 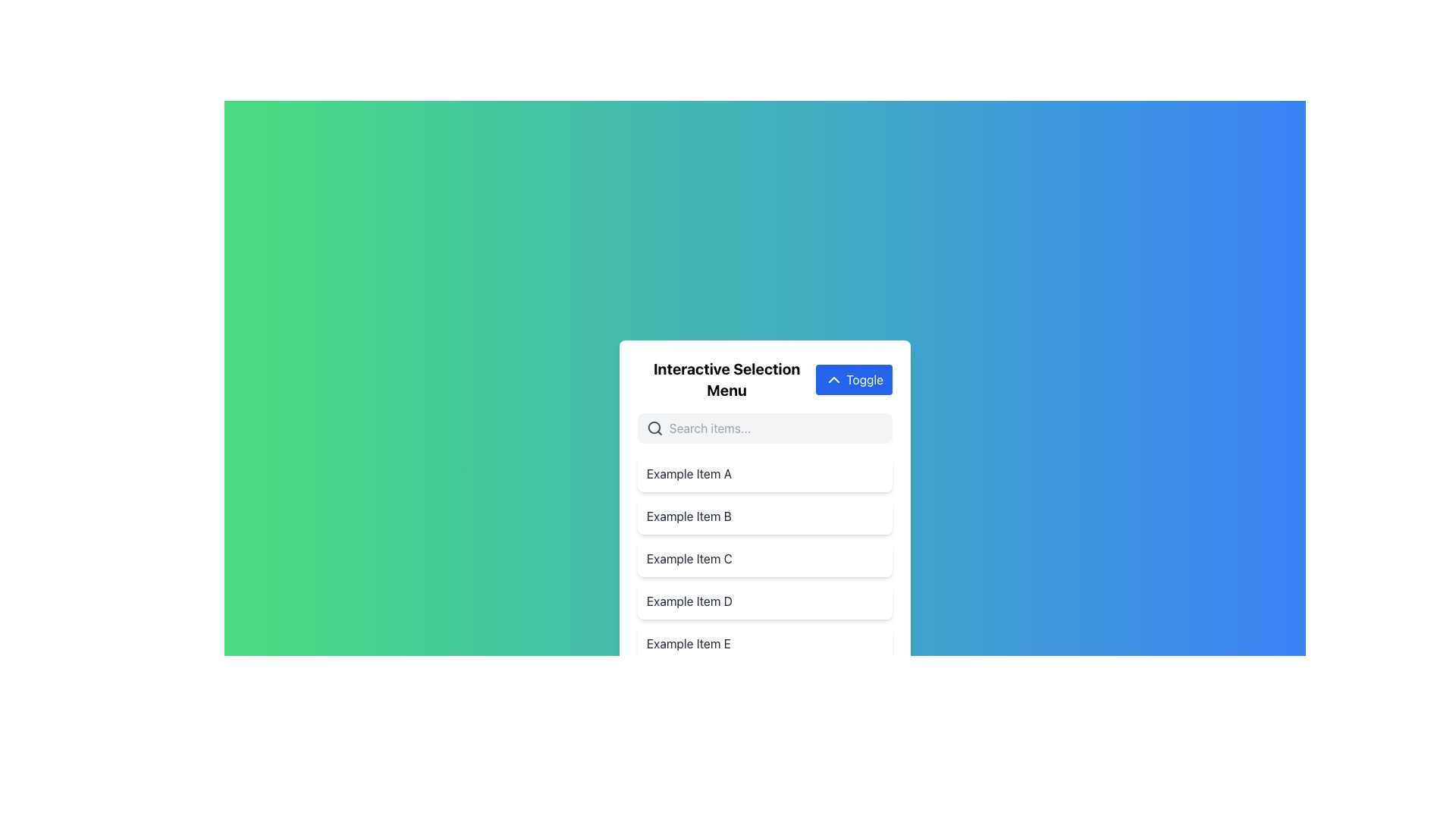 What do you see at coordinates (854, 379) in the screenshot?
I see `the toggle button in the upper-right corner of the 'Interactive Selection Menu' header` at bounding box center [854, 379].